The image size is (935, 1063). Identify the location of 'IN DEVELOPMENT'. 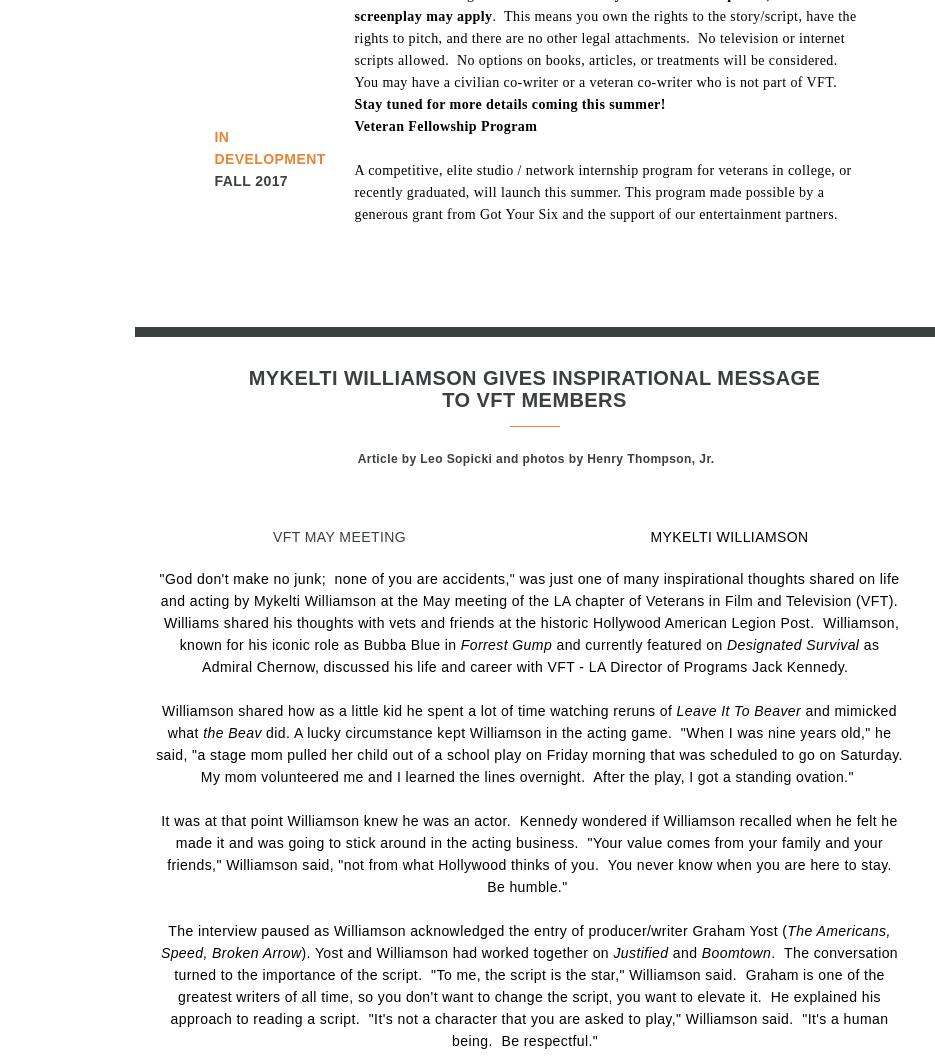
(214, 147).